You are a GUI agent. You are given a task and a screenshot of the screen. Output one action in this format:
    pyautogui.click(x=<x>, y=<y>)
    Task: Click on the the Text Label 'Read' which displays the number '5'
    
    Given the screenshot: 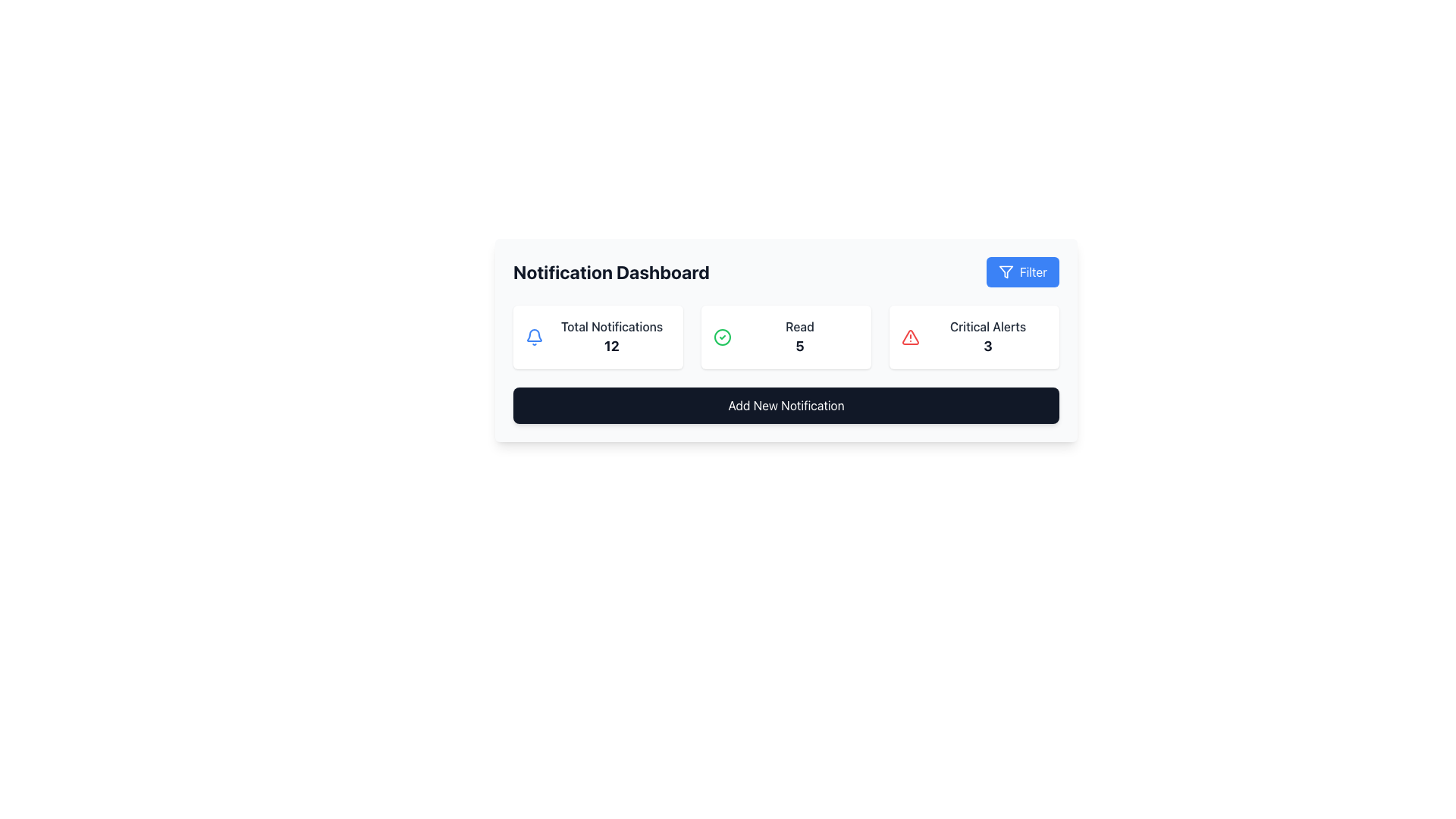 What is the action you would take?
    pyautogui.click(x=799, y=336)
    